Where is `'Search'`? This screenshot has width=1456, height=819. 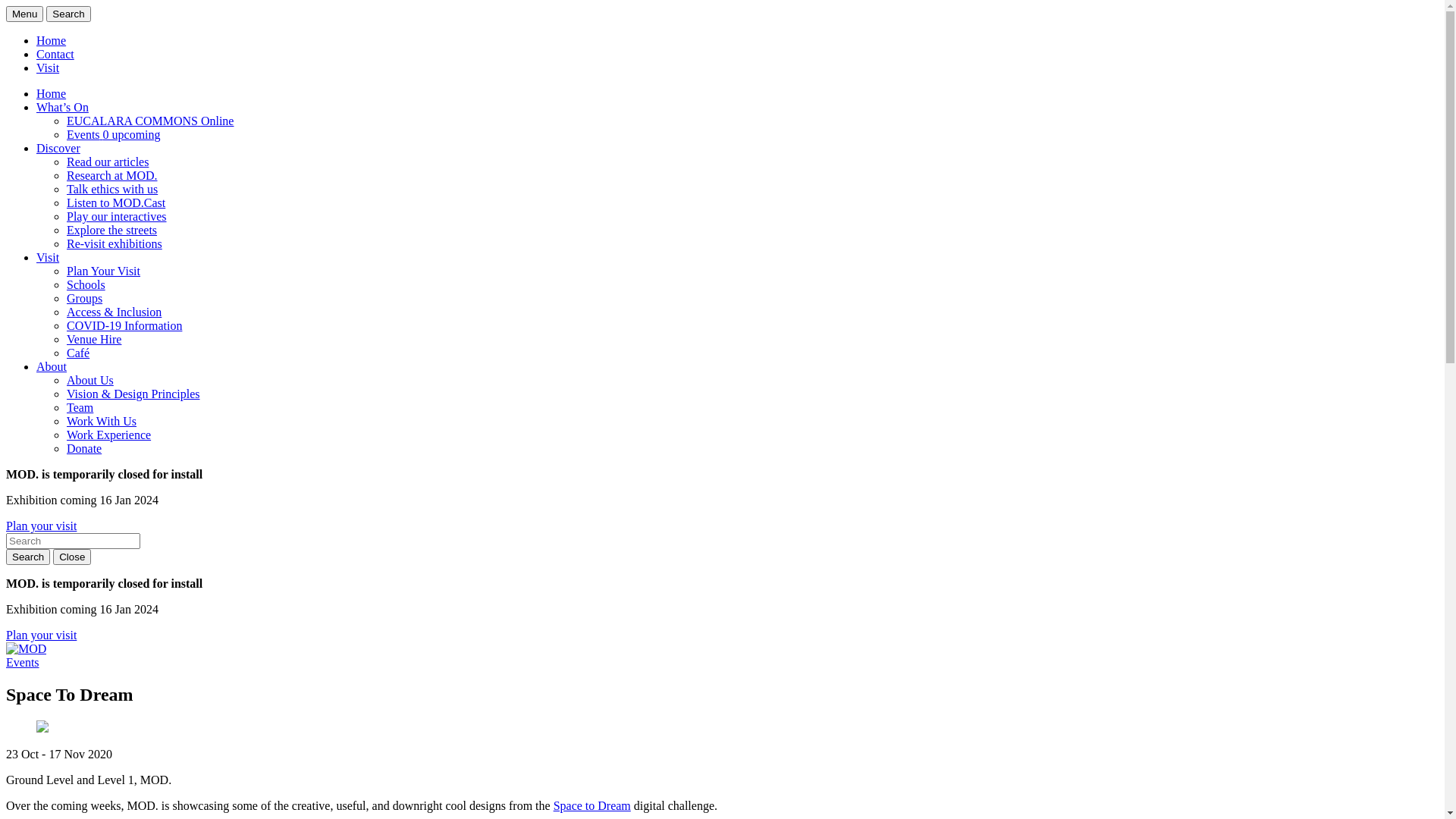 'Search' is located at coordinates (46, 14).